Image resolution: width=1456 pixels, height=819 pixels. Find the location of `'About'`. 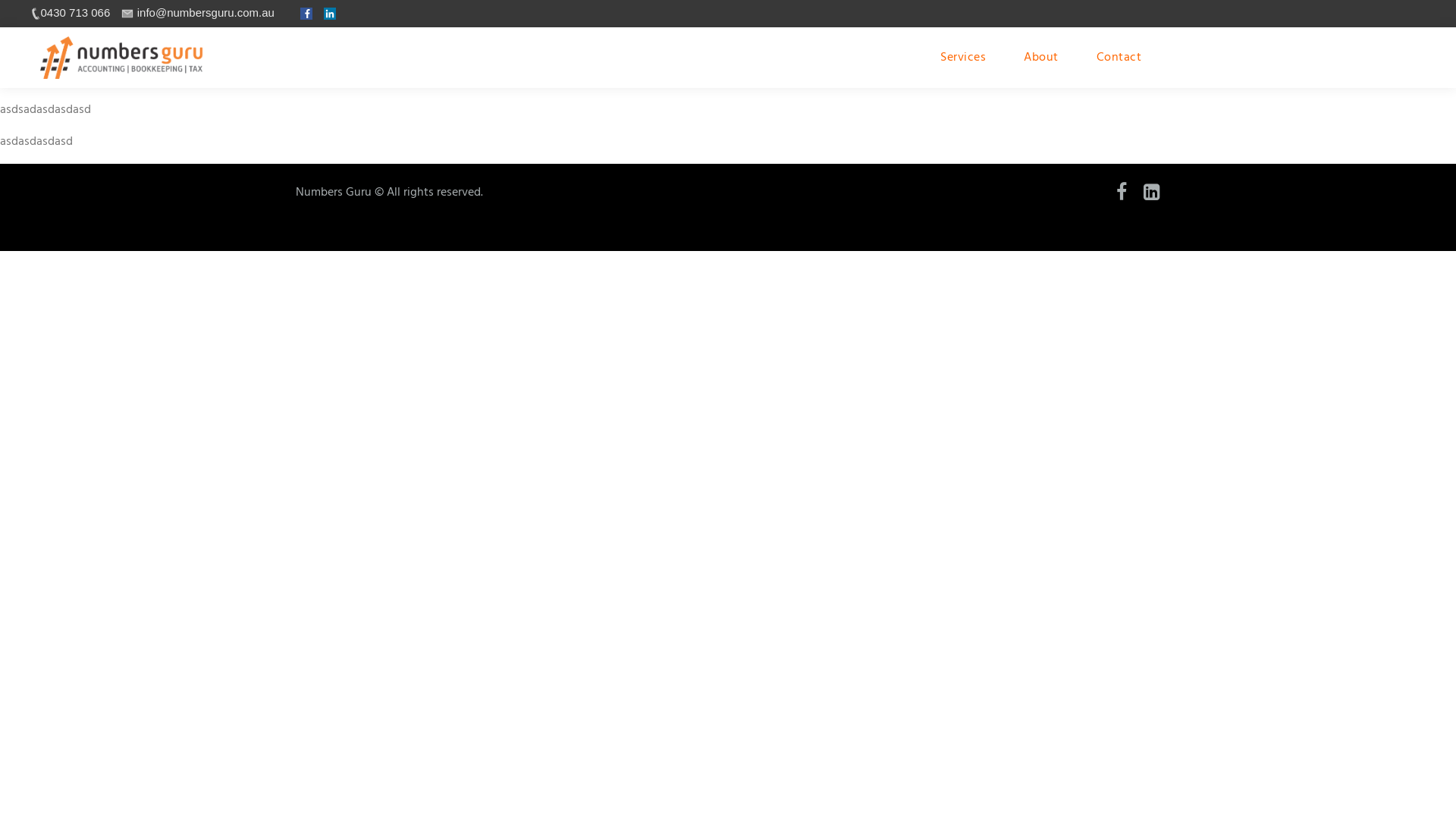

'About' is located at coordinates (1040, 57).